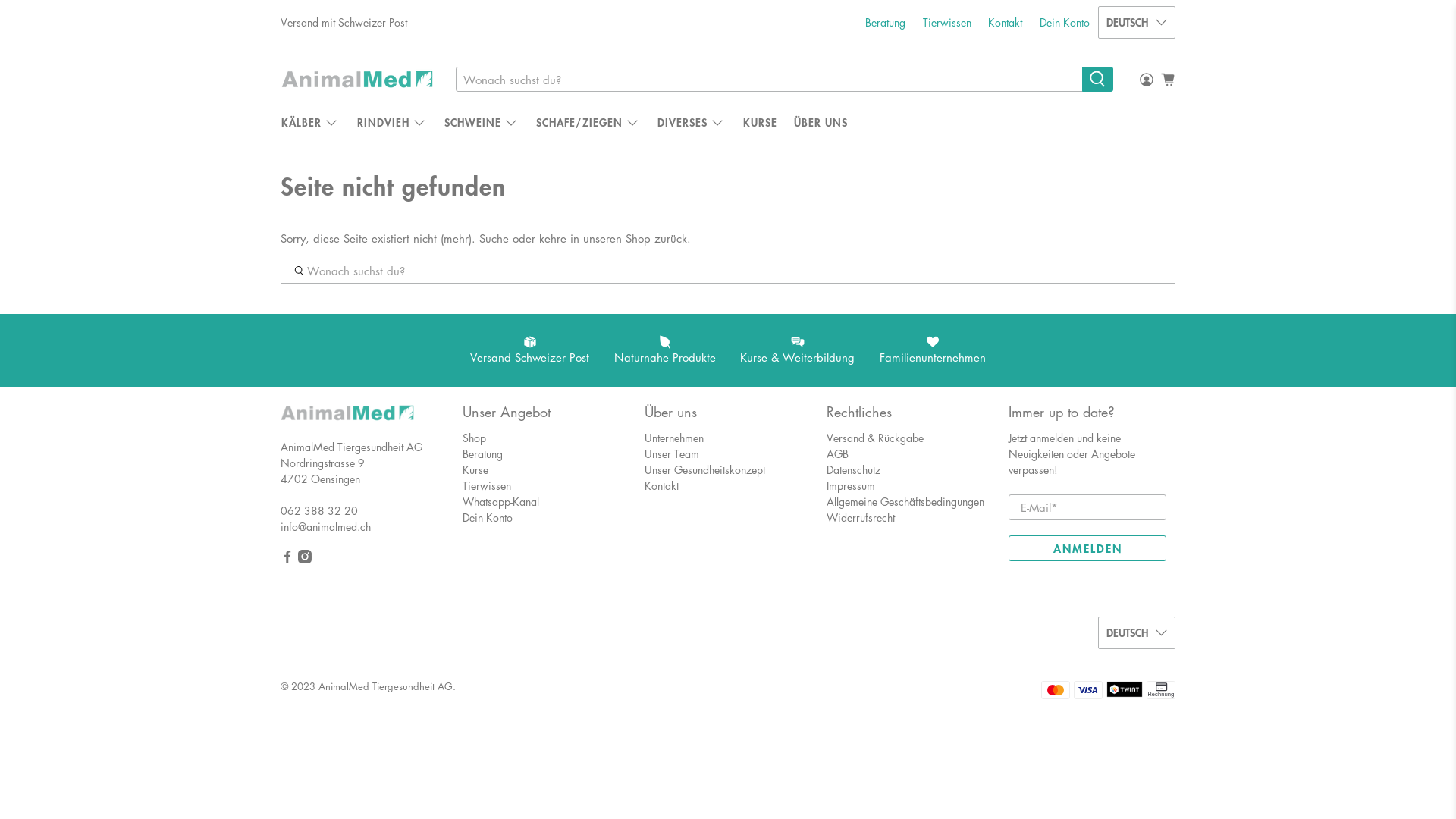 This screenshot has width=1456, height=819. What do you see at coordinates (704, 468) in the screenshot?
I see `'Unser Gesundheitskonzept'` at bounding box center [704, 468].